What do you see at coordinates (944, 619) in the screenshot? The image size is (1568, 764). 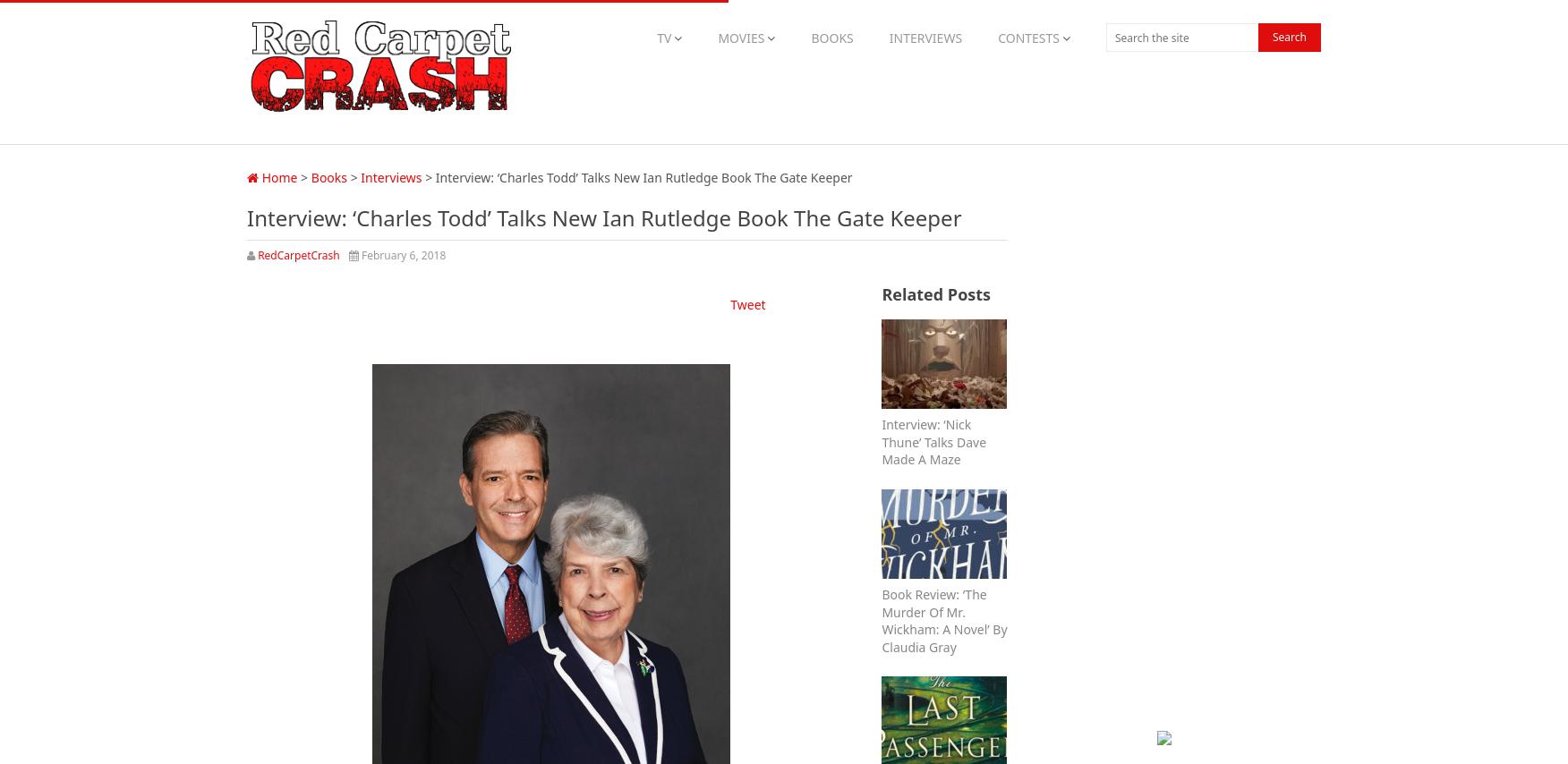 I see `'Book Review: ‘The Murder Of Mr. Wickham: A Novel’ By Claudia Gray'` at bounding box center [944, 619].